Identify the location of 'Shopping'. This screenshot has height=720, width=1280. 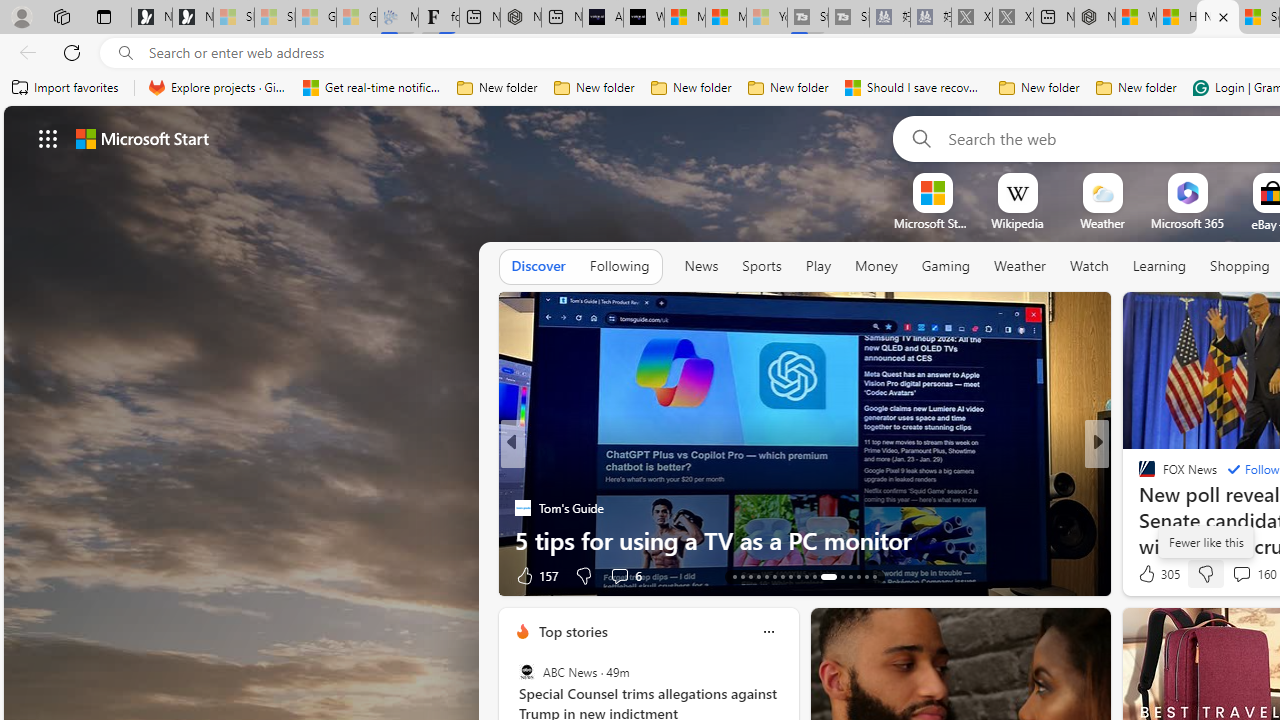
(1239, 265).